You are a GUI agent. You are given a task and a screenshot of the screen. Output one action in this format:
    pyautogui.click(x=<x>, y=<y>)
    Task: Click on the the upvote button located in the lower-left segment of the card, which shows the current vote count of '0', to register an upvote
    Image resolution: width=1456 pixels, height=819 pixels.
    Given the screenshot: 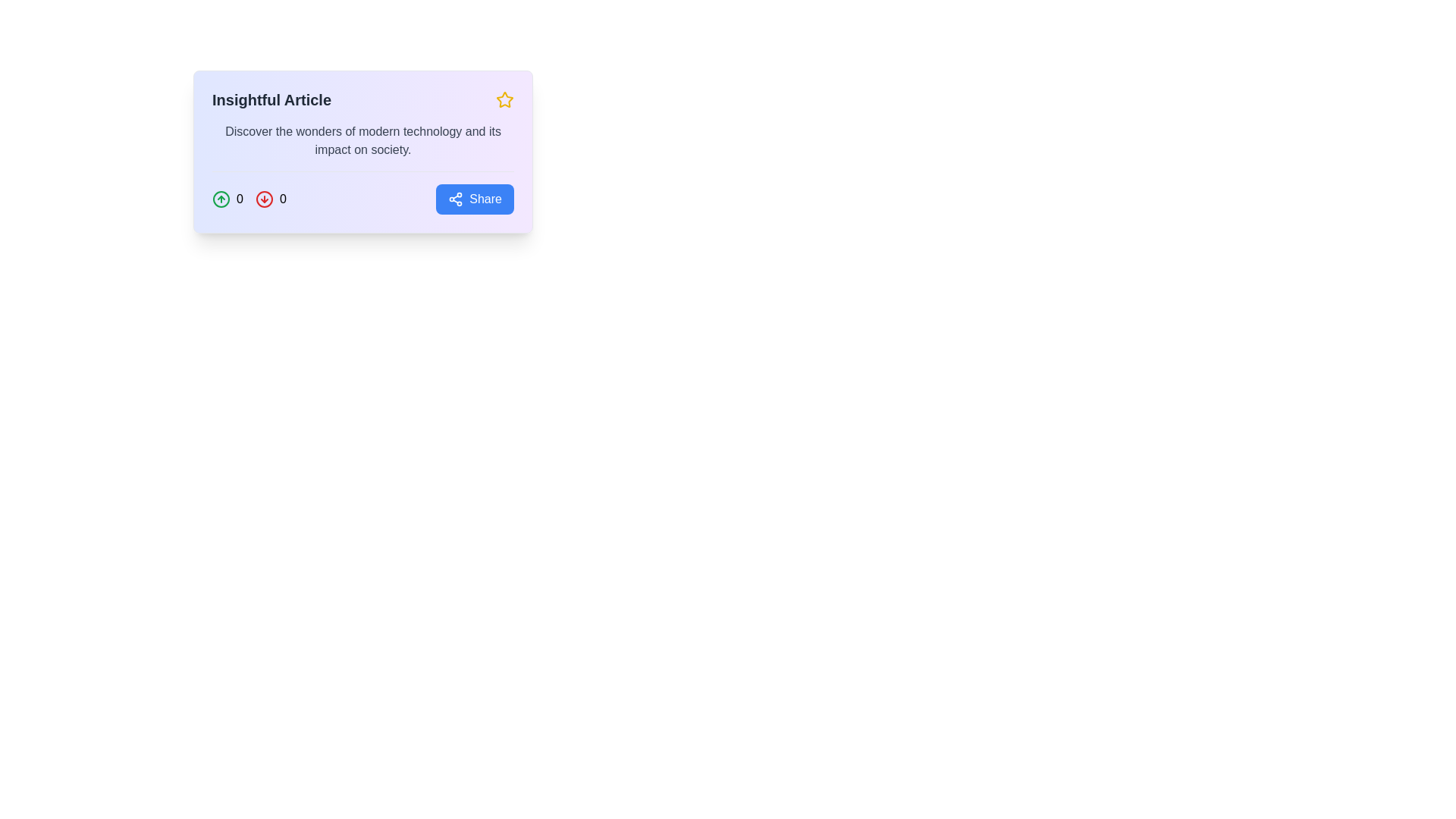 What is the action you would take?
    pyautogui.click(x=227, y=198)
    